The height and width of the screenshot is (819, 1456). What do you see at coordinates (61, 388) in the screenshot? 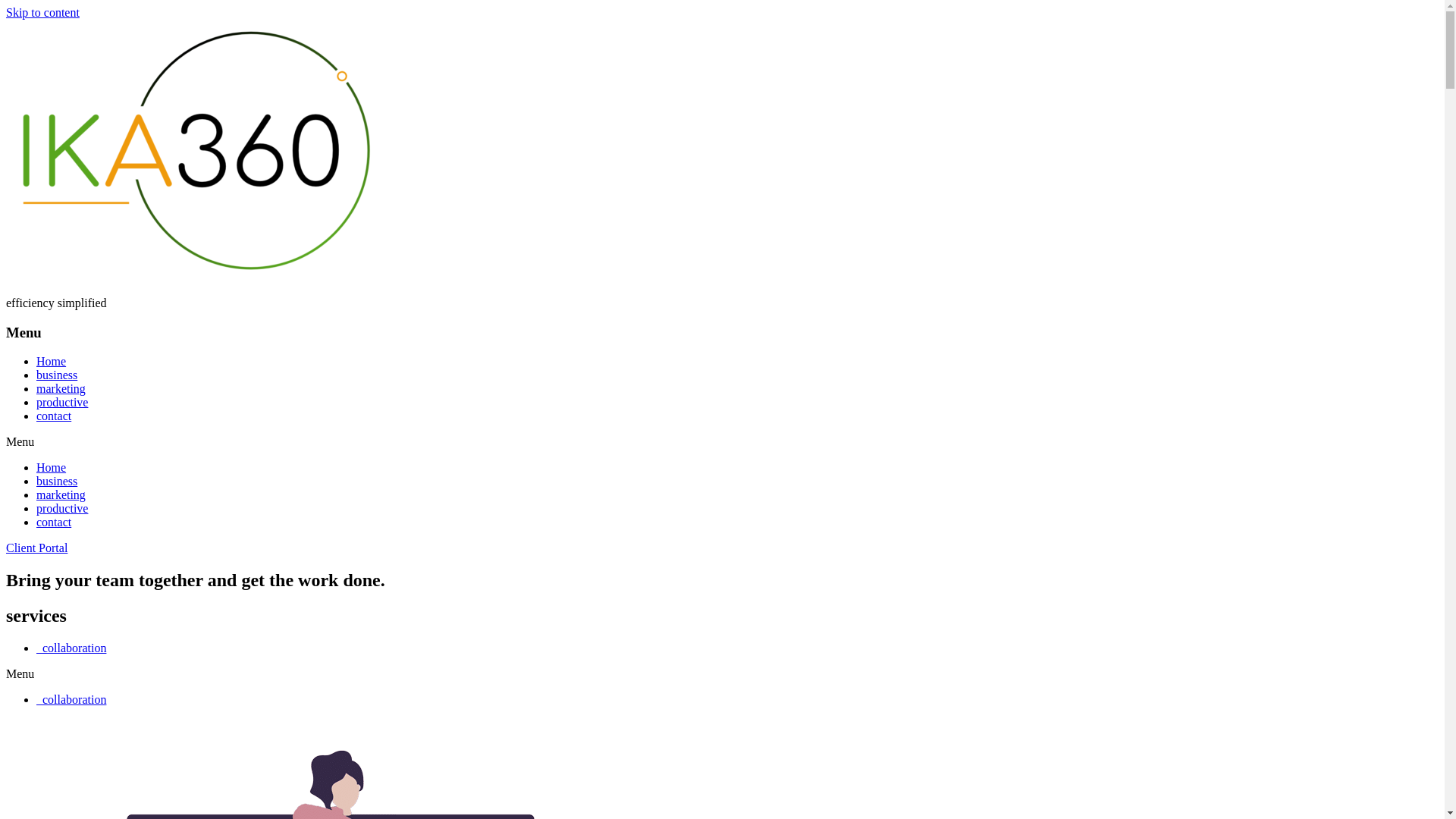
I see `'marketing'` at bounding box center [61, 388].